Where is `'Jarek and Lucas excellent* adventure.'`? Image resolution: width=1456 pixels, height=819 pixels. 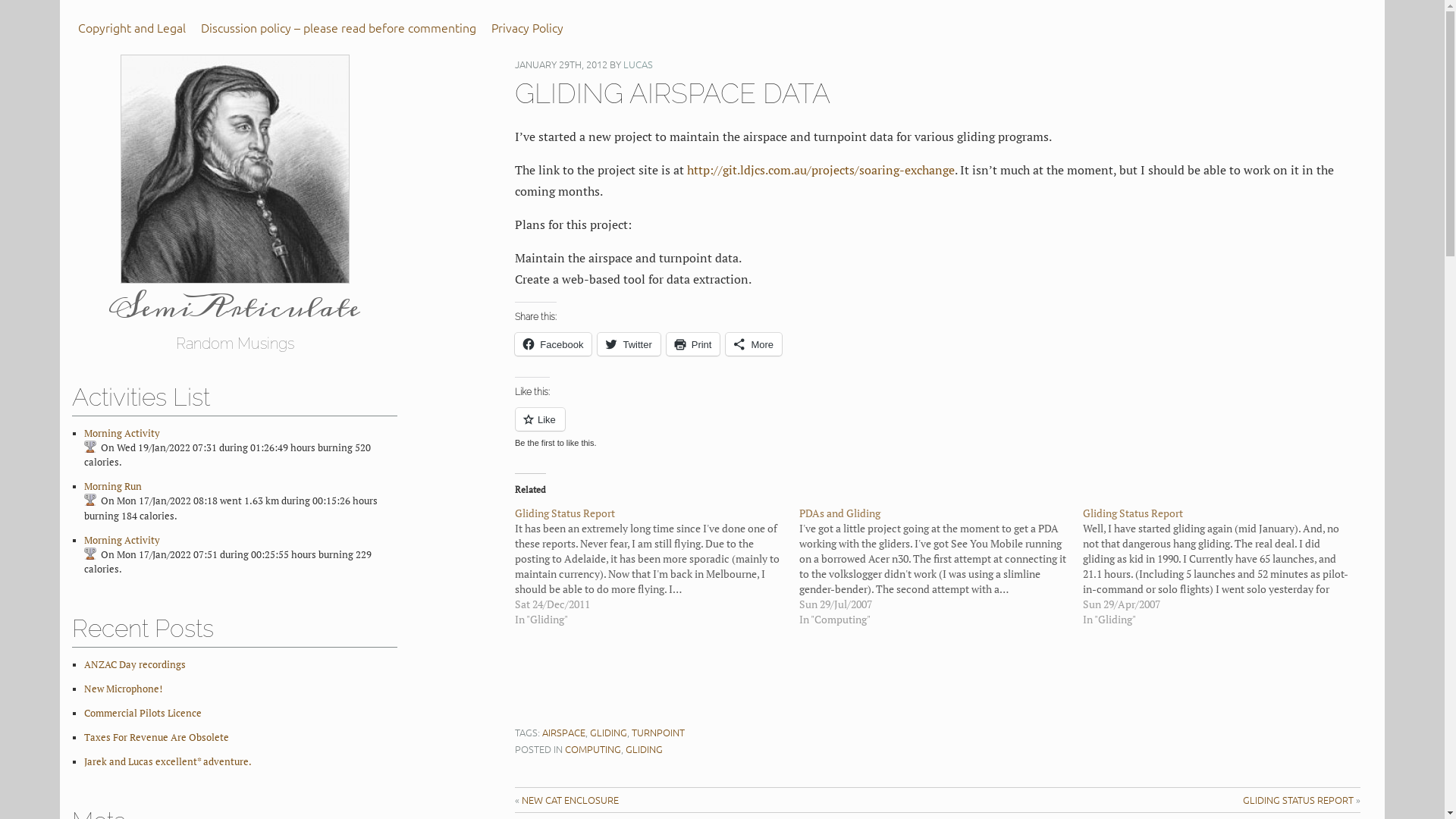 'Jarek and Lucas excellent* adventure.' is located at coordinates (83, 761).